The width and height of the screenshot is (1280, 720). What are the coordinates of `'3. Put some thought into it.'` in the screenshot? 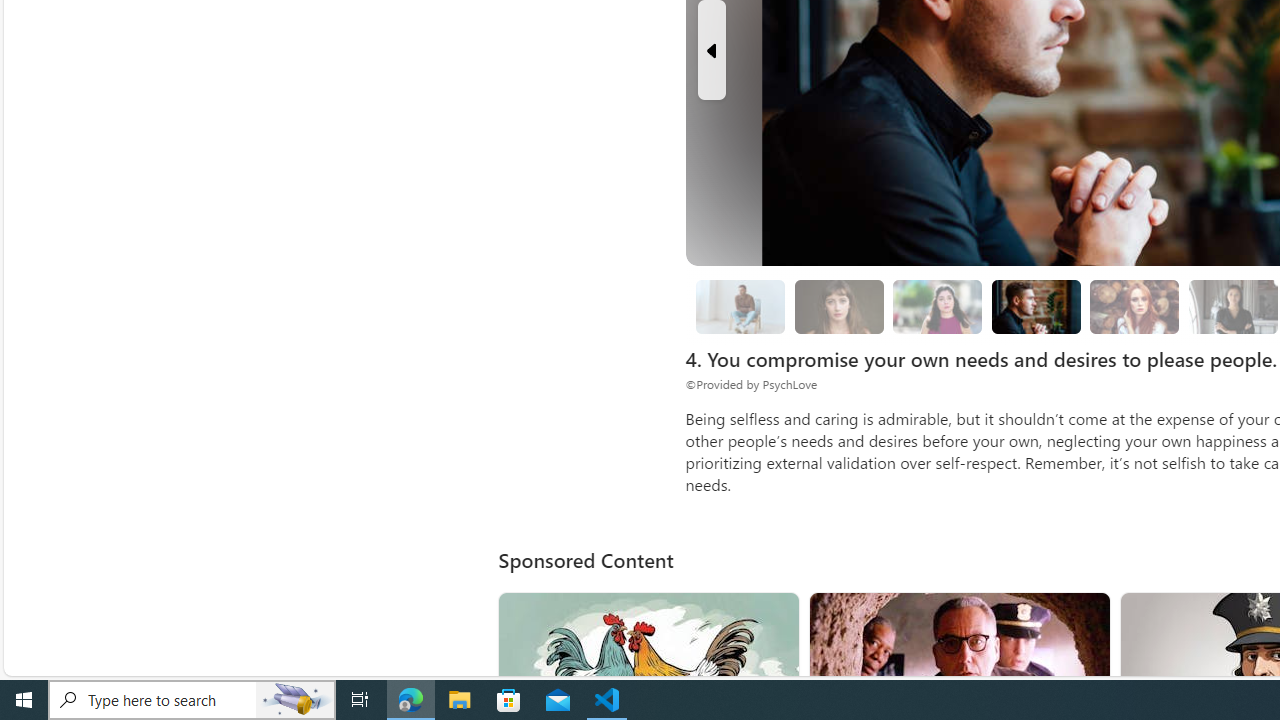 It's located at (740, 307).